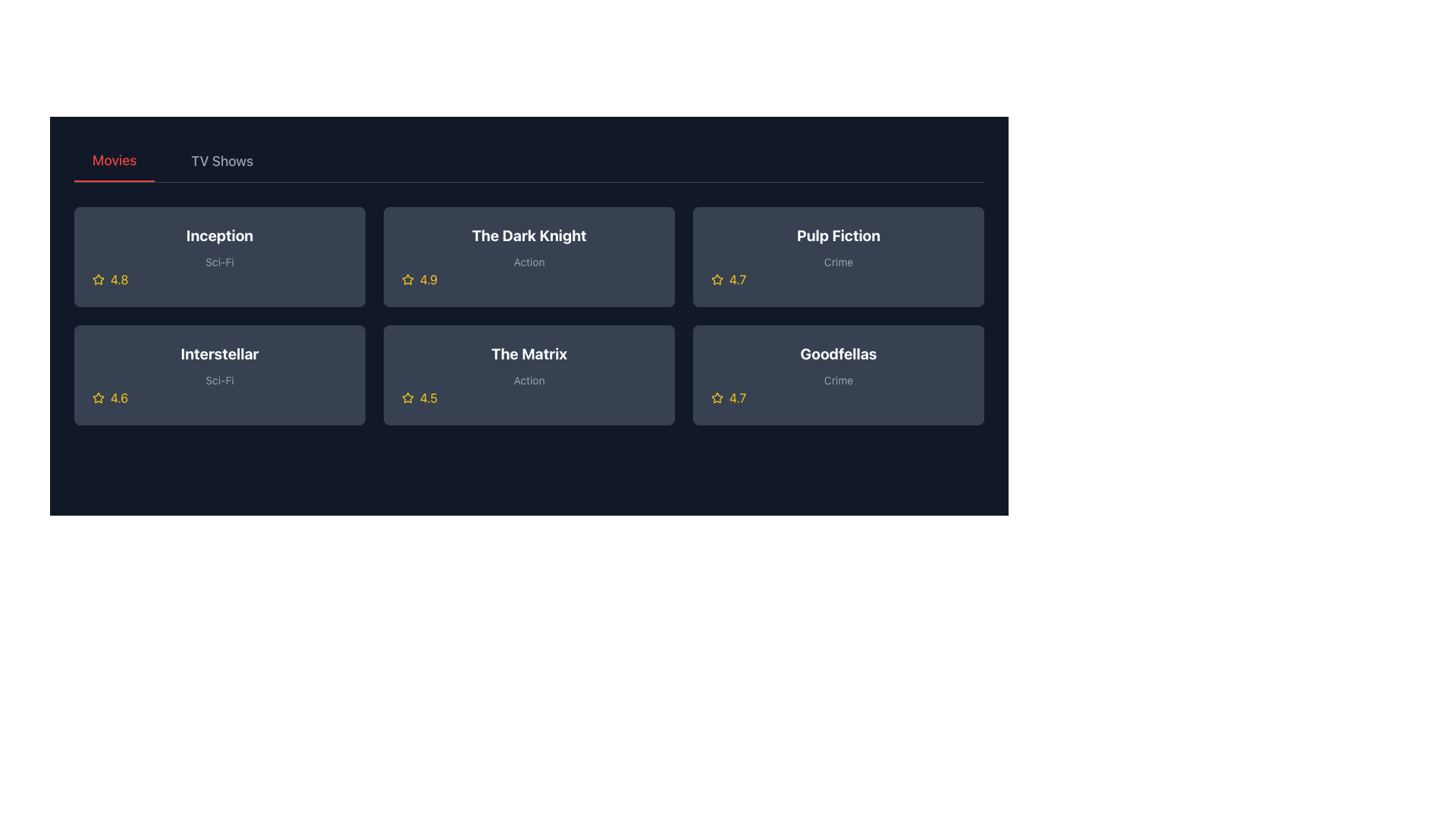  I want to click on the star icon, which is an outlined yellow icon indicating a rating of 4.7, located in the first column of the third row in the grid layout, so click(716, 397).